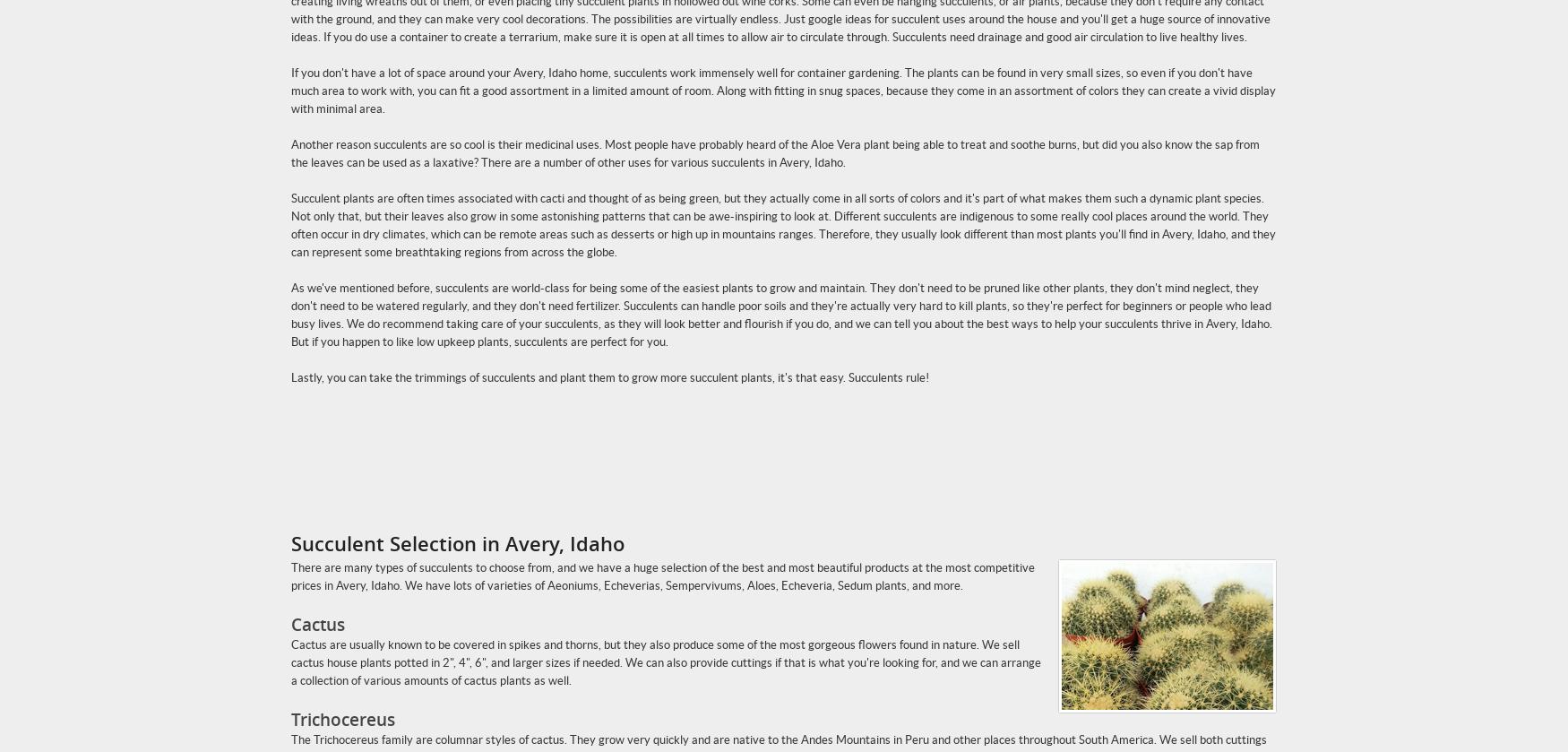 The height and width of the screenshot is (752, 1568). Describe the element at coordinates (608, 376) in the screenshot. I see `'Lastly, you can take the trimmings of succulents and plant them to grow more succulent plants, it's that easy. Succulents rule!'` at that location.